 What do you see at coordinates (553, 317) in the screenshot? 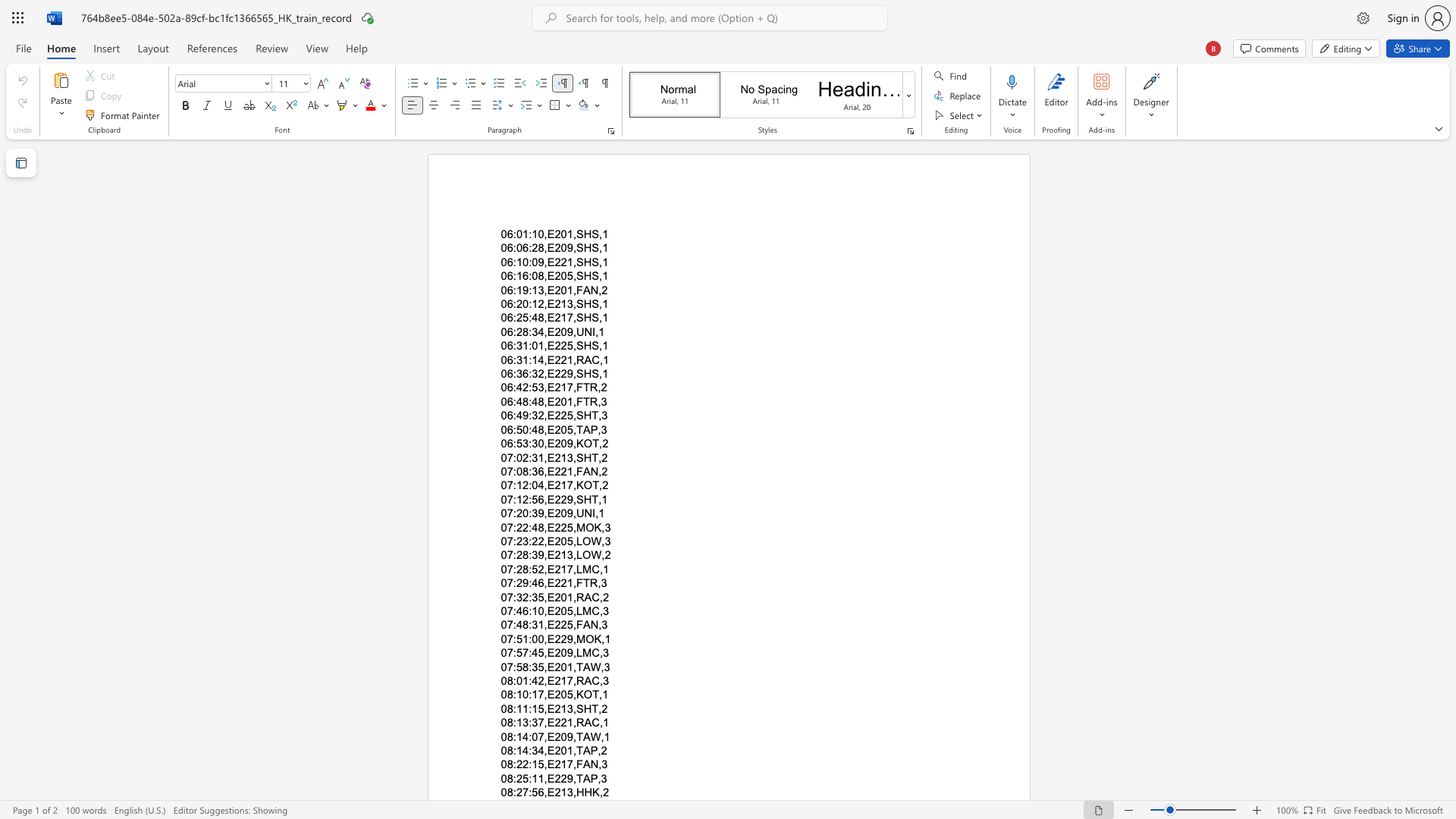
I see `the space between the continuous character "E" and "2" in the text` at bounding box center [553, 317].